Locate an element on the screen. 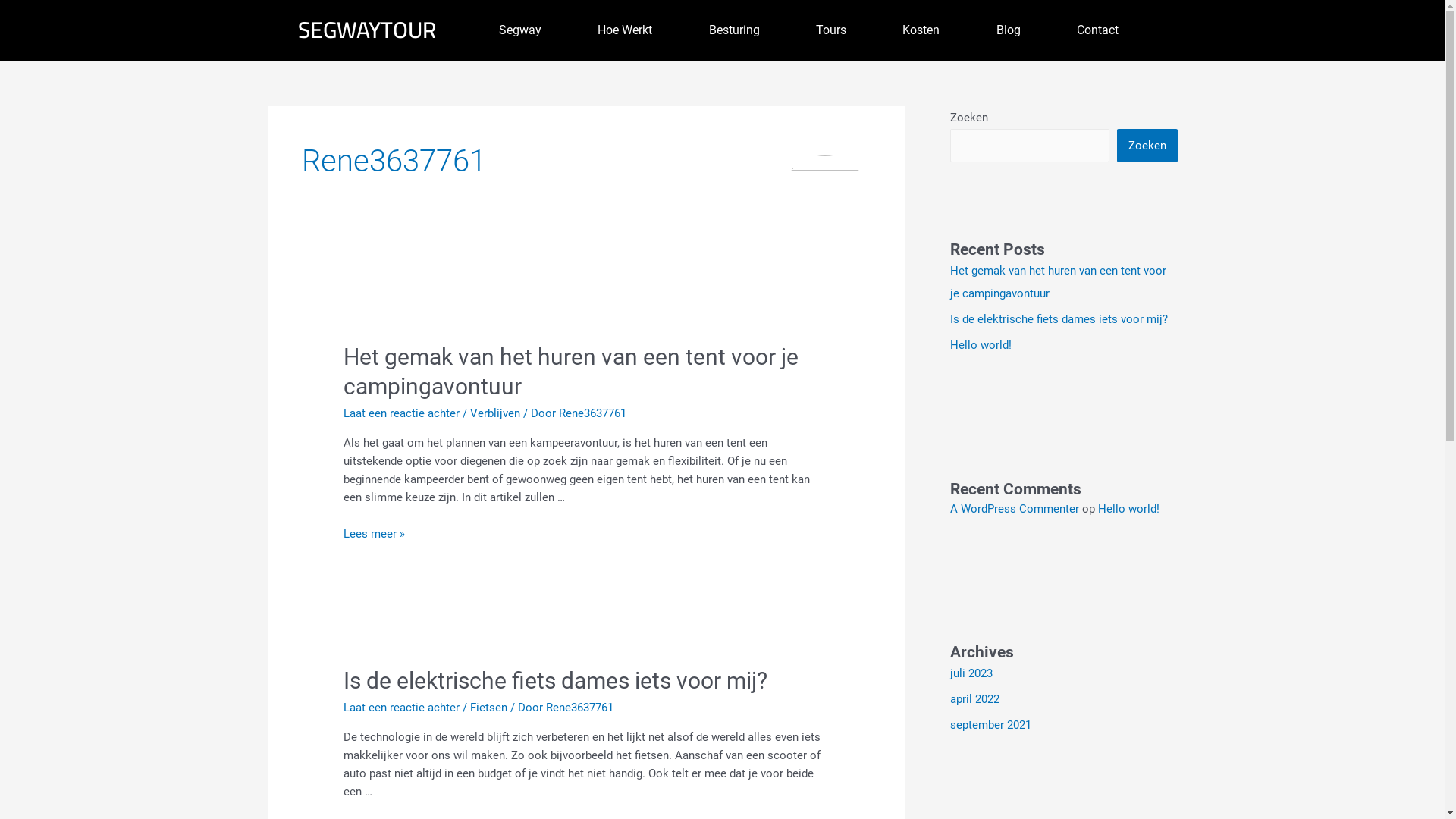  'Contact' is located at coordinates (1097, 30).